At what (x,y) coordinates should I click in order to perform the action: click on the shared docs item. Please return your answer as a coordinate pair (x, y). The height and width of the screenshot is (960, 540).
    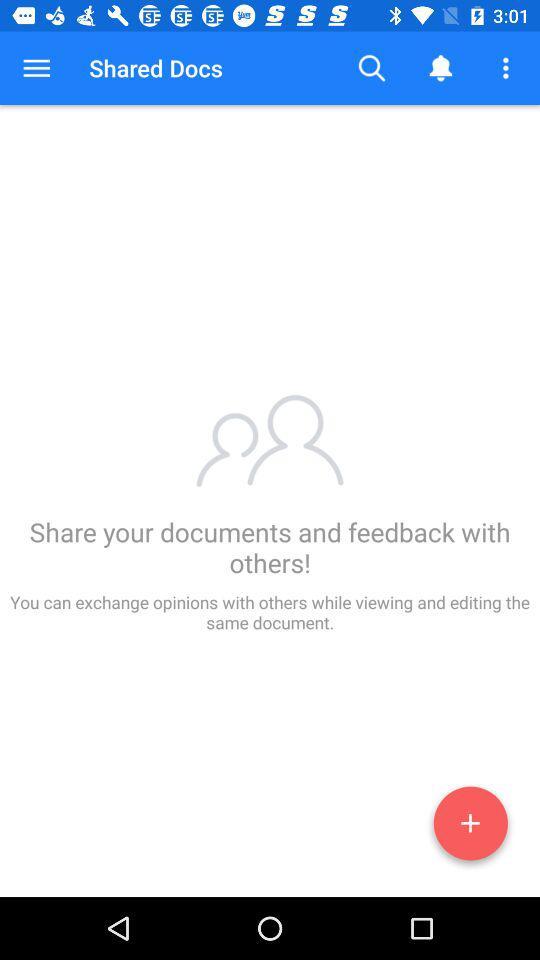
    Looking at the image, I should click on (155, 68).